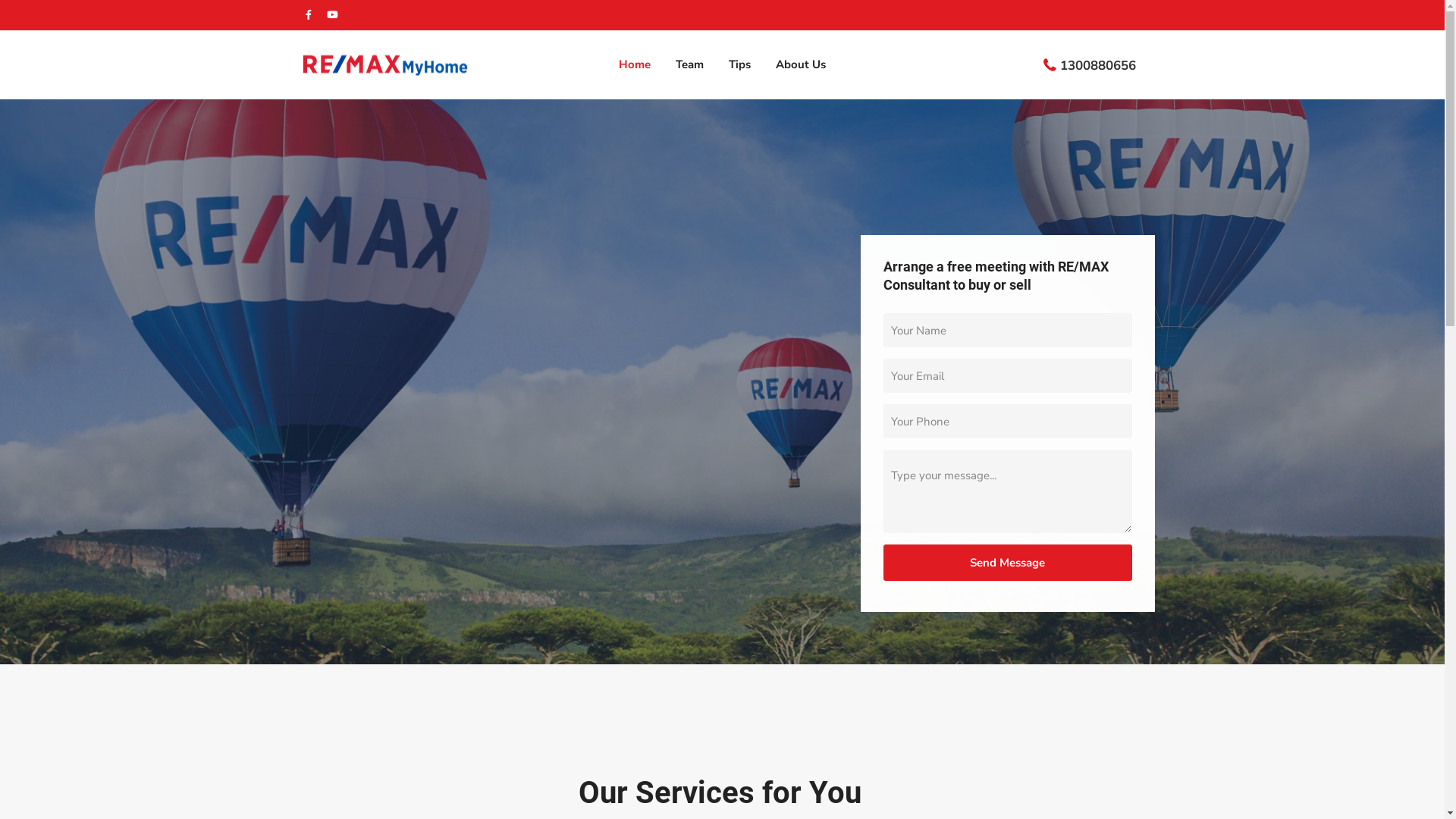  I want to click on 'Team', so click(689, 63).